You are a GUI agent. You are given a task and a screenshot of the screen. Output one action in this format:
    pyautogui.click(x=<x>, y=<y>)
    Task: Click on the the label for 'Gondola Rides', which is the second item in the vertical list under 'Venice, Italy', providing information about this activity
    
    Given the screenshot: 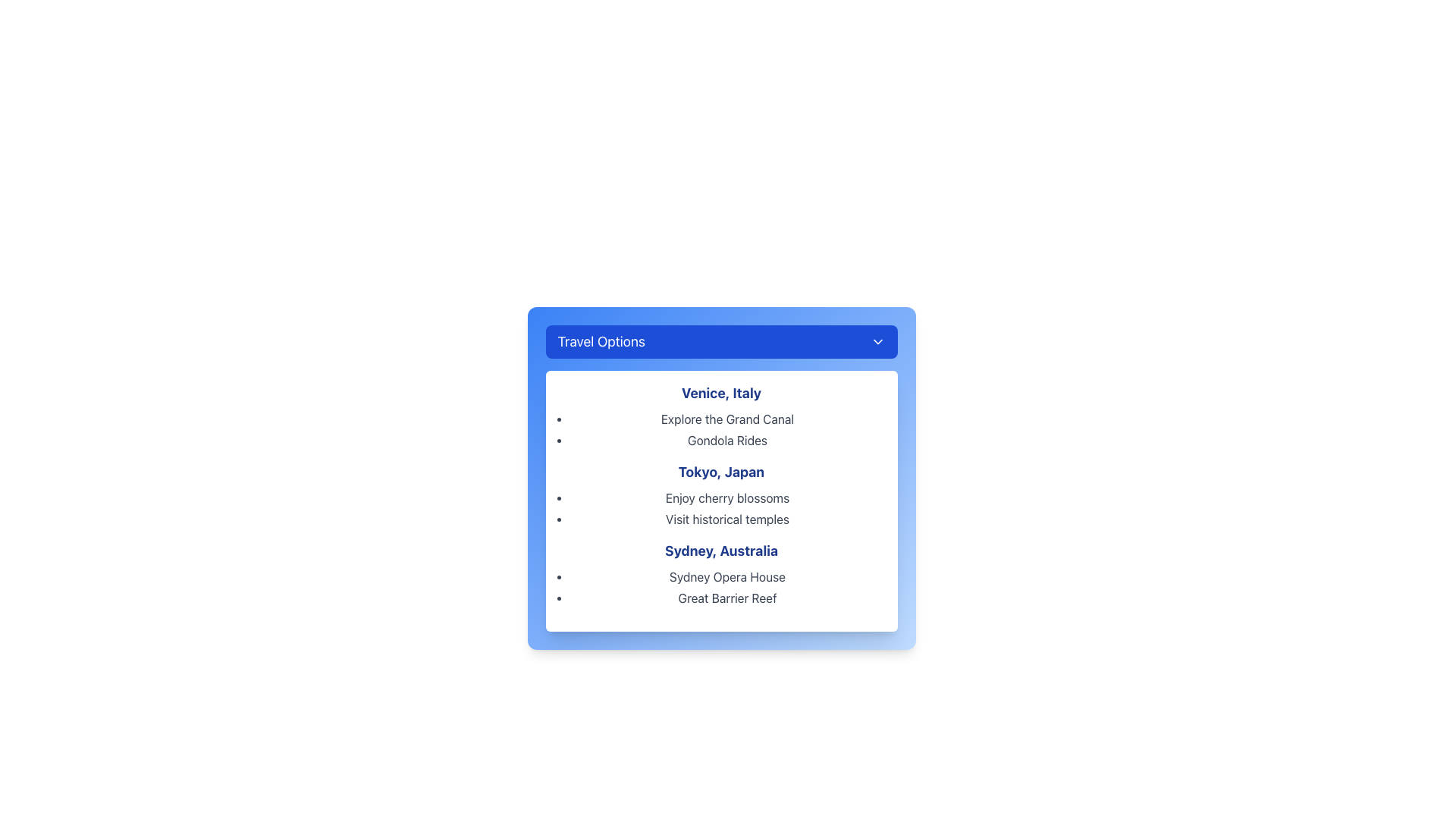 What is the action you would take?
    pyautogui.click(x=726, y=441)
    